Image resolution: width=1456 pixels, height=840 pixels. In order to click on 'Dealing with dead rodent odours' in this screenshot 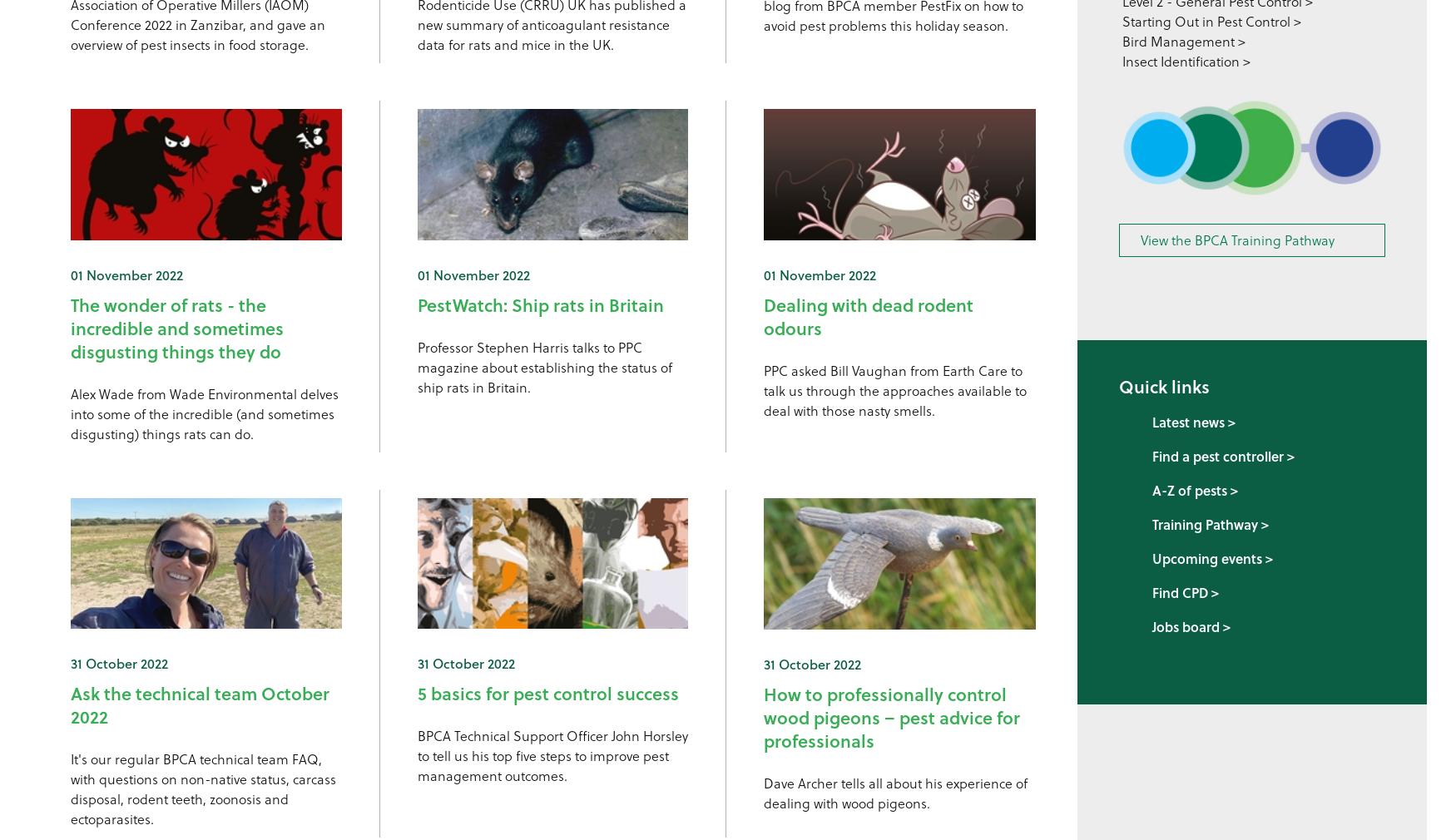, I will do `click(868, 316)`.